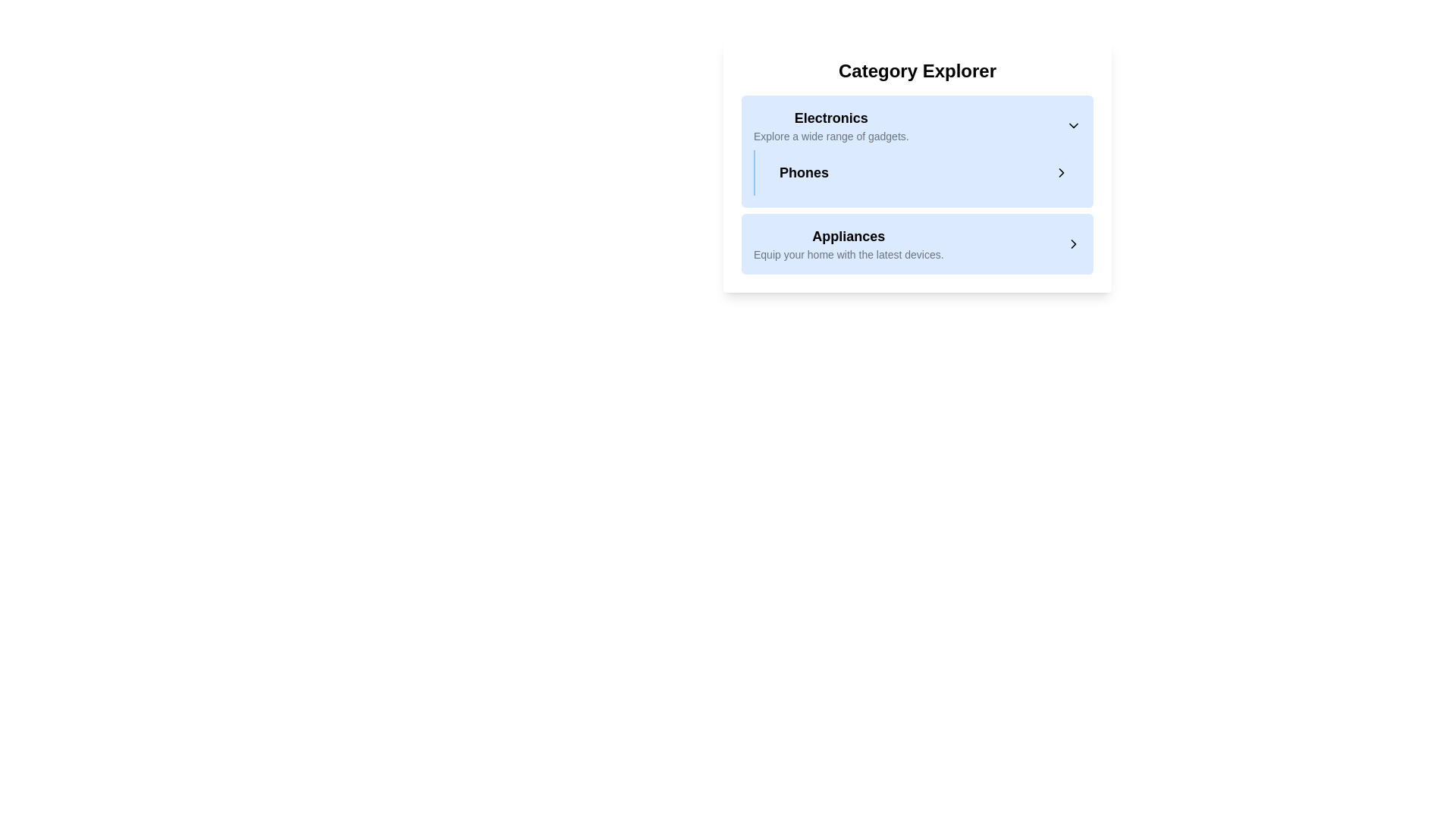 The height and width of the screenshot is (819, 1456). I want to click on the header text component labeled 'Appliances' which serves as a category title in the 'Category Explorer' section, so click(848, 237).